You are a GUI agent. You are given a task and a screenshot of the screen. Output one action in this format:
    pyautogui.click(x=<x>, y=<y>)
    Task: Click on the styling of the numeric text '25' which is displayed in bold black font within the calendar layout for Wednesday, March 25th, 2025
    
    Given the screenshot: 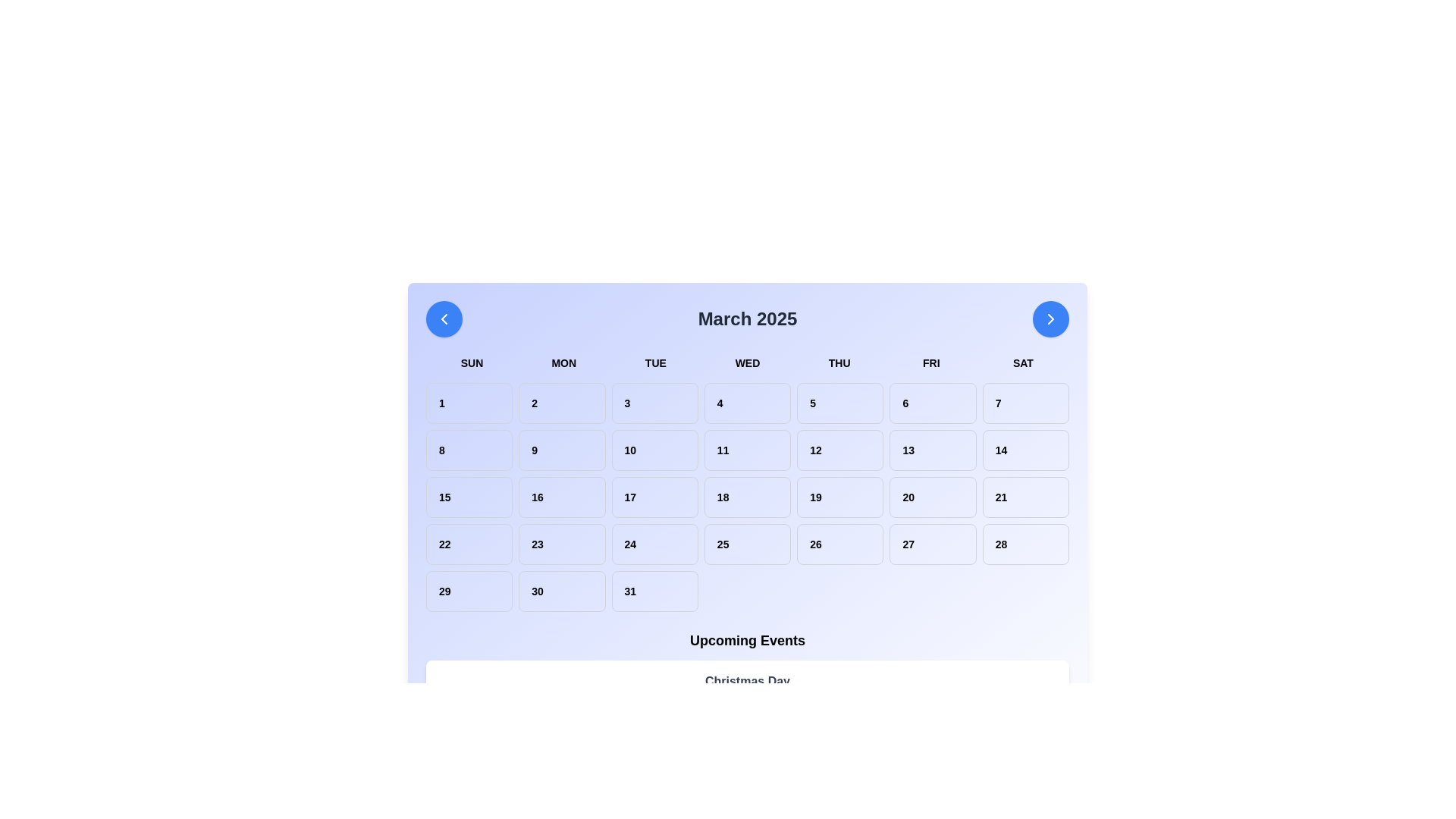 What is the action you would take?
    pyautogui.click(x=747, y=543)
    